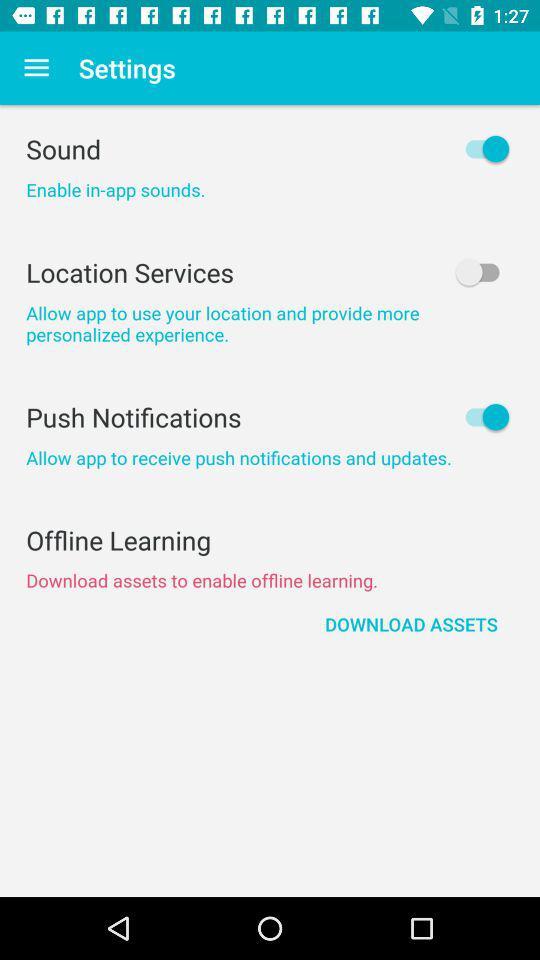  I want to click on location services icon, so click(270, 271).